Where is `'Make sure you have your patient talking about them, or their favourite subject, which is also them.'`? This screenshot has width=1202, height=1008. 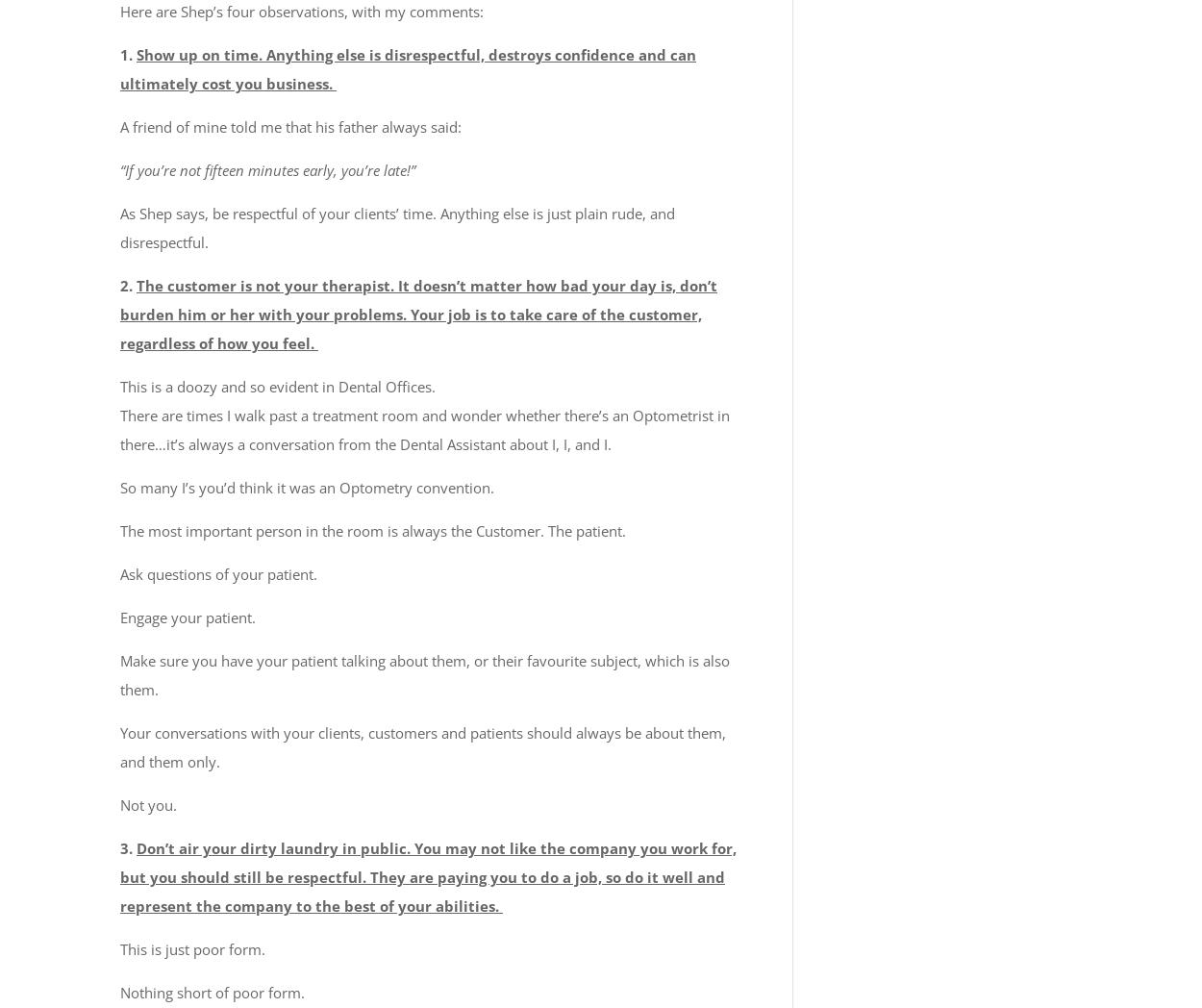 'Make sure you have your patient talking about them, or their favourite subject, which is also them.' is located at coordinates (424, 673).